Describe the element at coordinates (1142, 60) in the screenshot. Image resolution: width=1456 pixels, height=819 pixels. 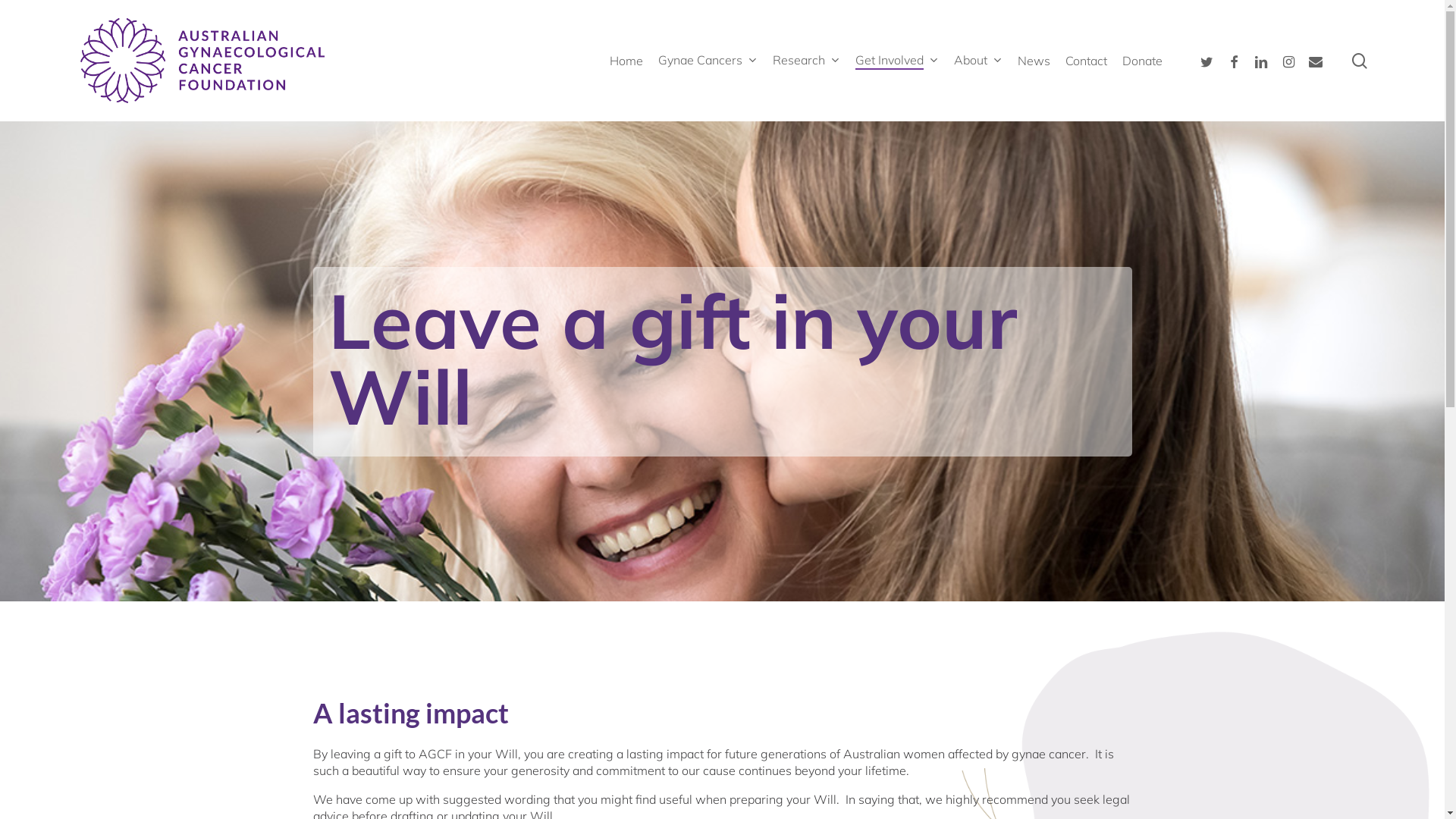
I see `'Donate'` at that location.